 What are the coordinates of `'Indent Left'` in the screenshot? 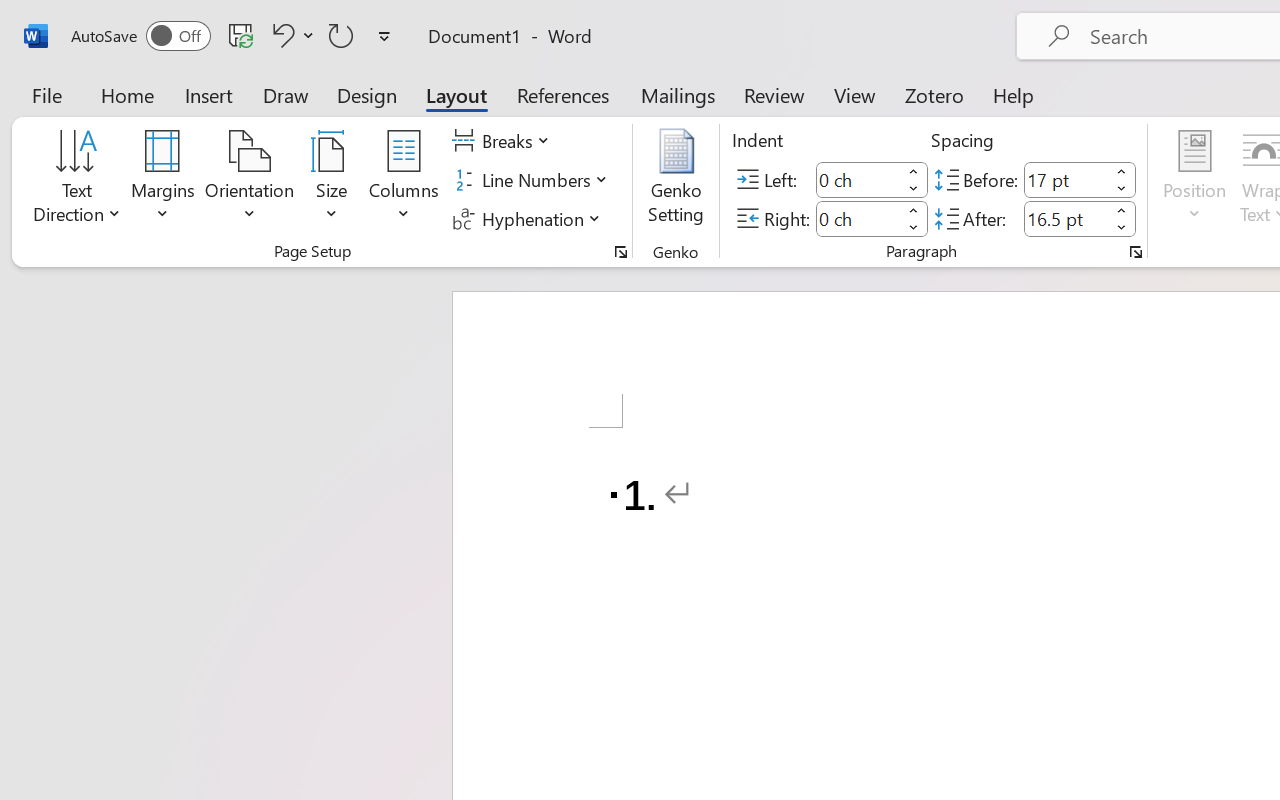 It's located at (858, 178).